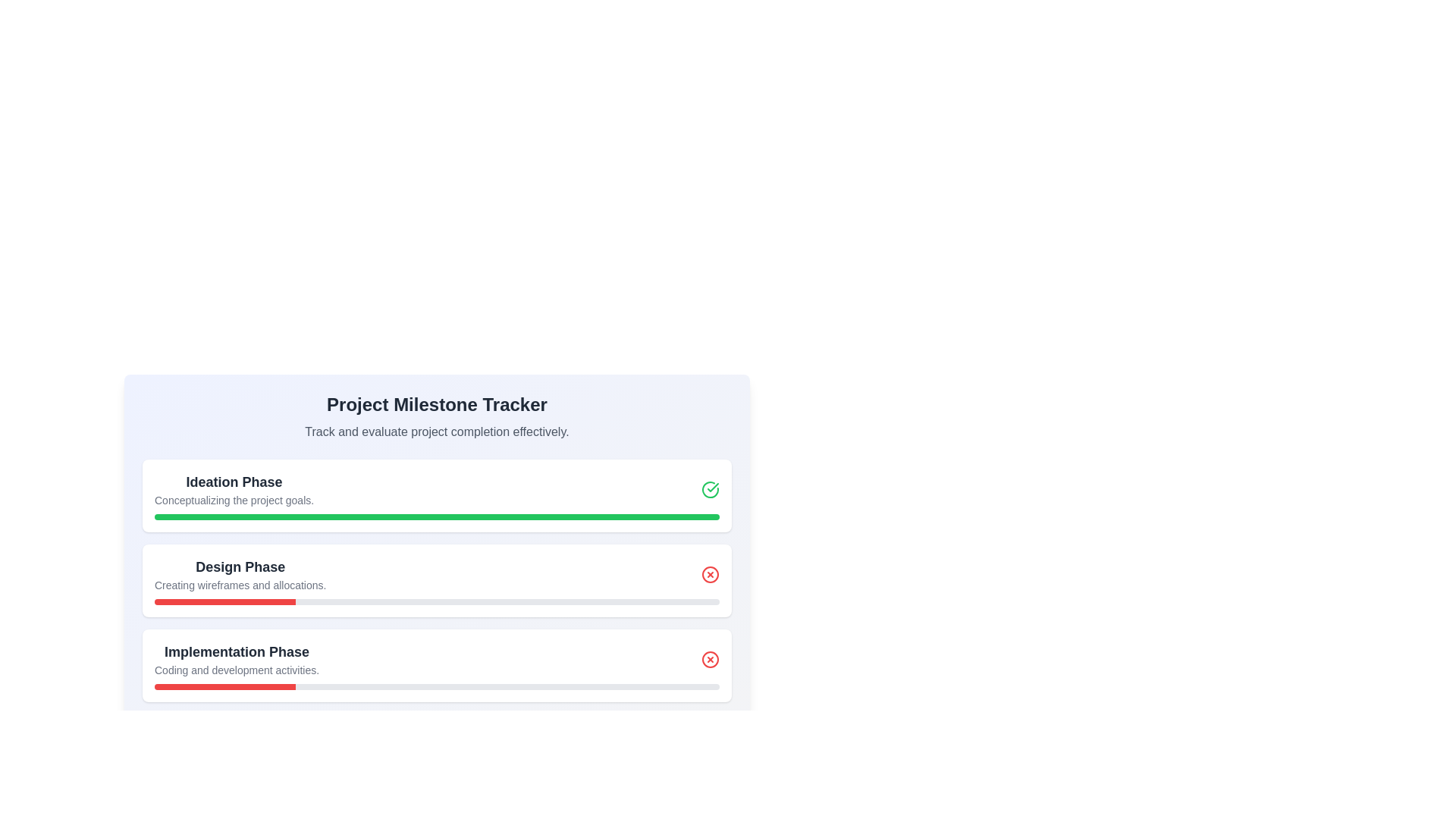 Image resolution: width=1456 pixels, height=819 pixels. Describe the element at coordinates (236, 651) in the screenshot. I see `text label that reads 'Implementation Phase', which is styled in bold dark gray and positioned above the description text in the milestone tracker interface` at that location.